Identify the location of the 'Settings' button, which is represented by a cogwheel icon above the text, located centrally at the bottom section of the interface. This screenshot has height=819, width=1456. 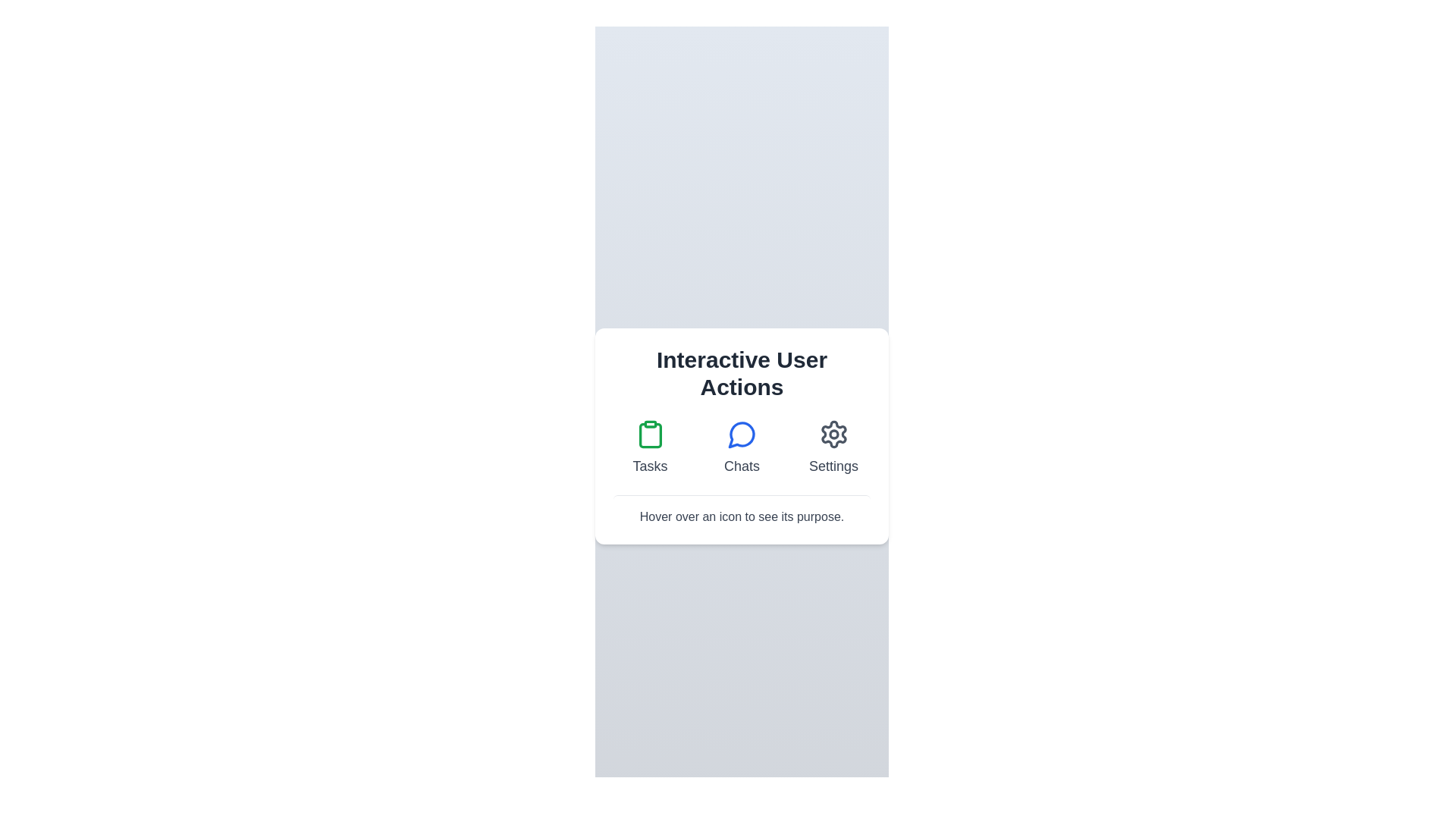
(833, 447).